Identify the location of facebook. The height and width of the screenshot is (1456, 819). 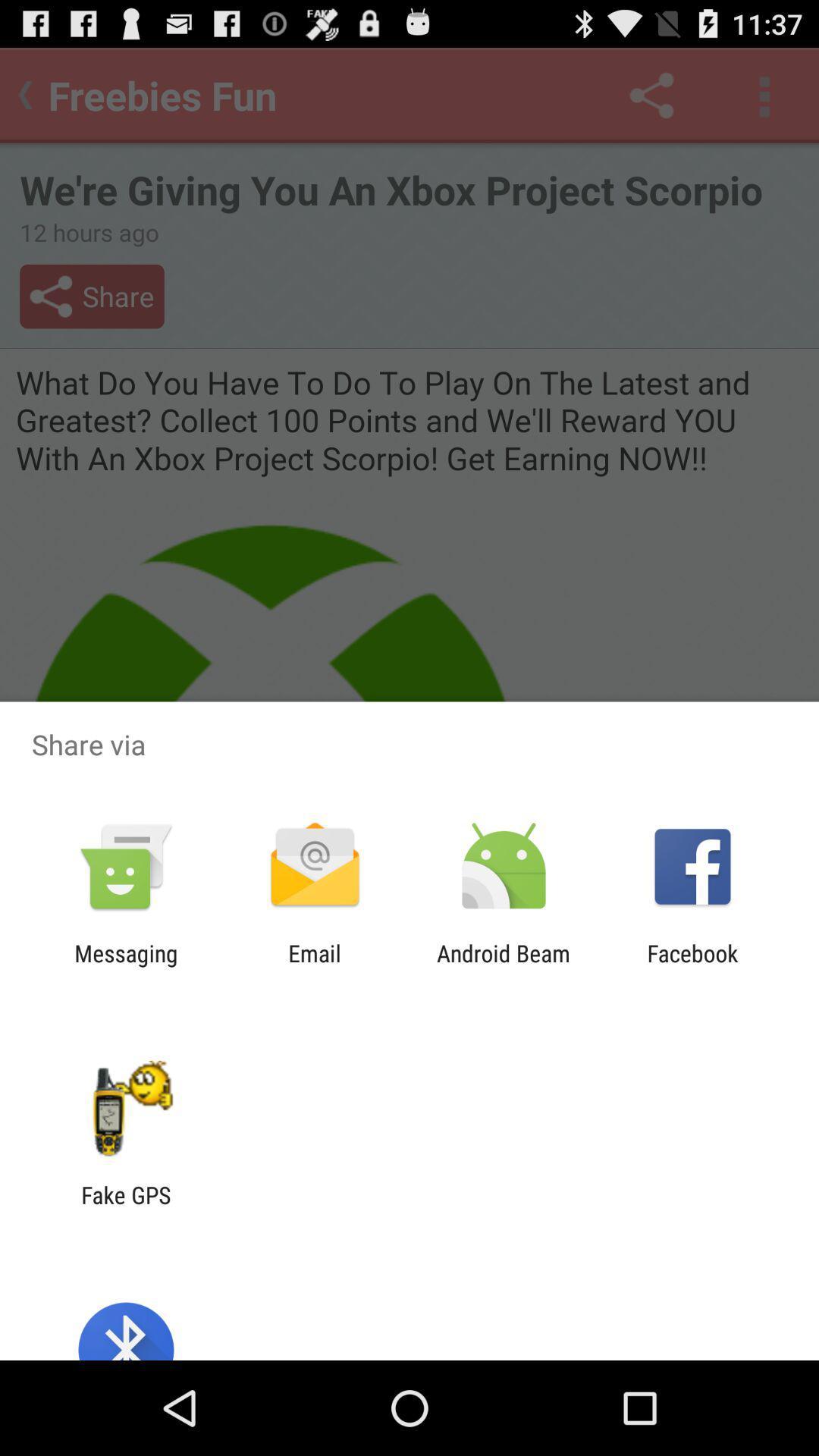
(692, 966).